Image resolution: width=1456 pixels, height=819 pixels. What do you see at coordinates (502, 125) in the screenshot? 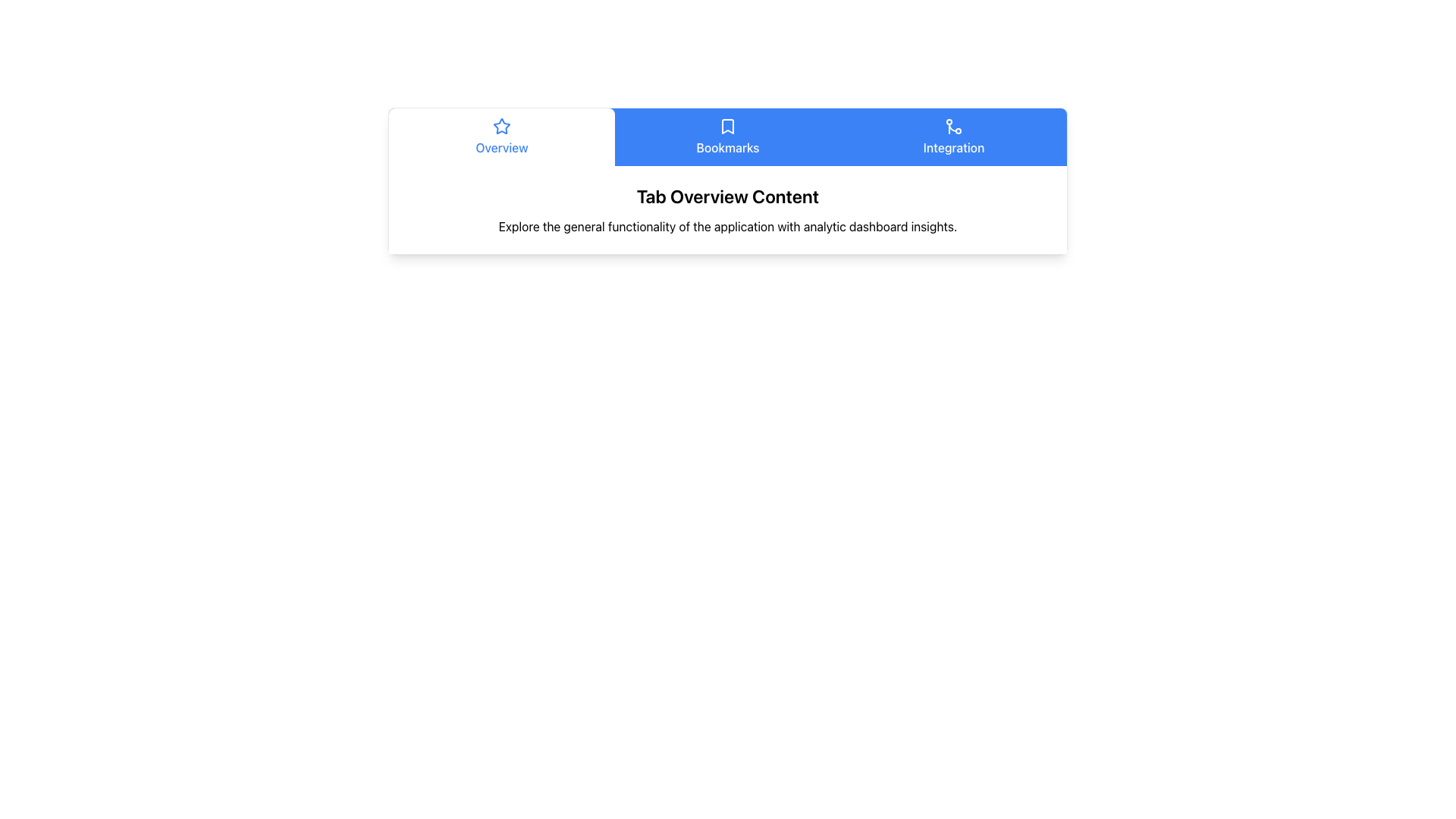
I see `the stylized star icon with a hollow center, blue border, and white fill located above the text labeled 'Overview' in the tab navigation bar` at bounding box center [502, 125].